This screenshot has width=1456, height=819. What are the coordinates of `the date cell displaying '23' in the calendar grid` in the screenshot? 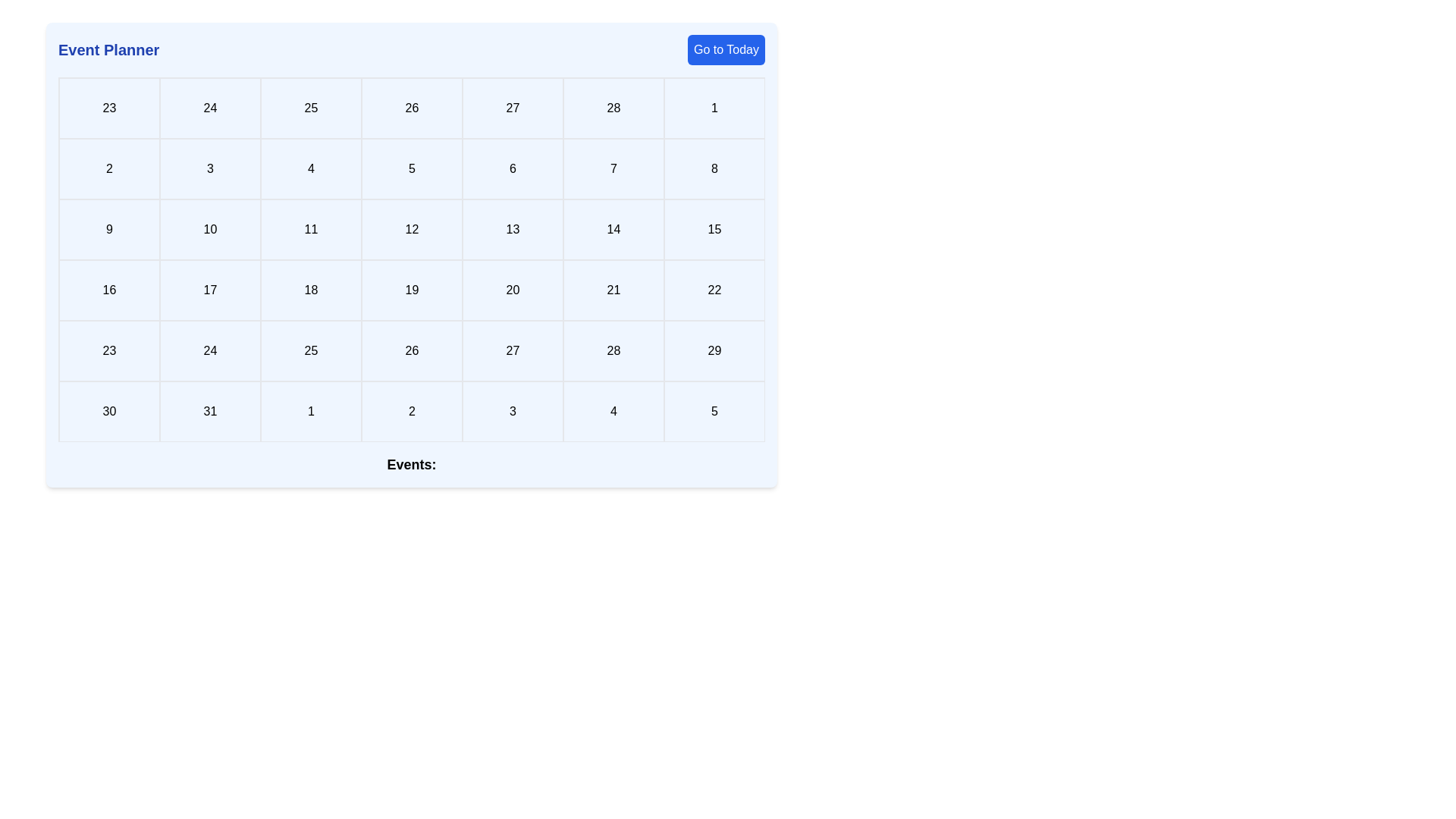 It's located at (108, 107).